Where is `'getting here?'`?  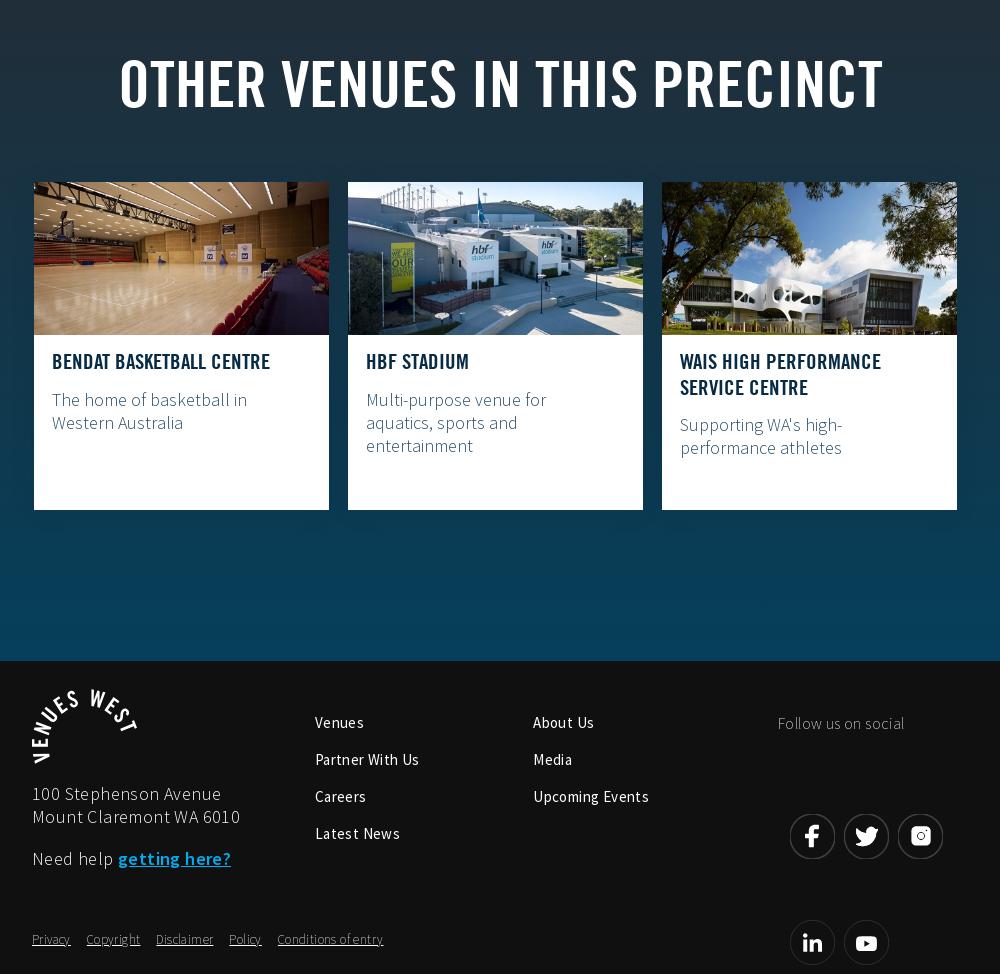 'getting here?' is located at coordinates (174, 857).